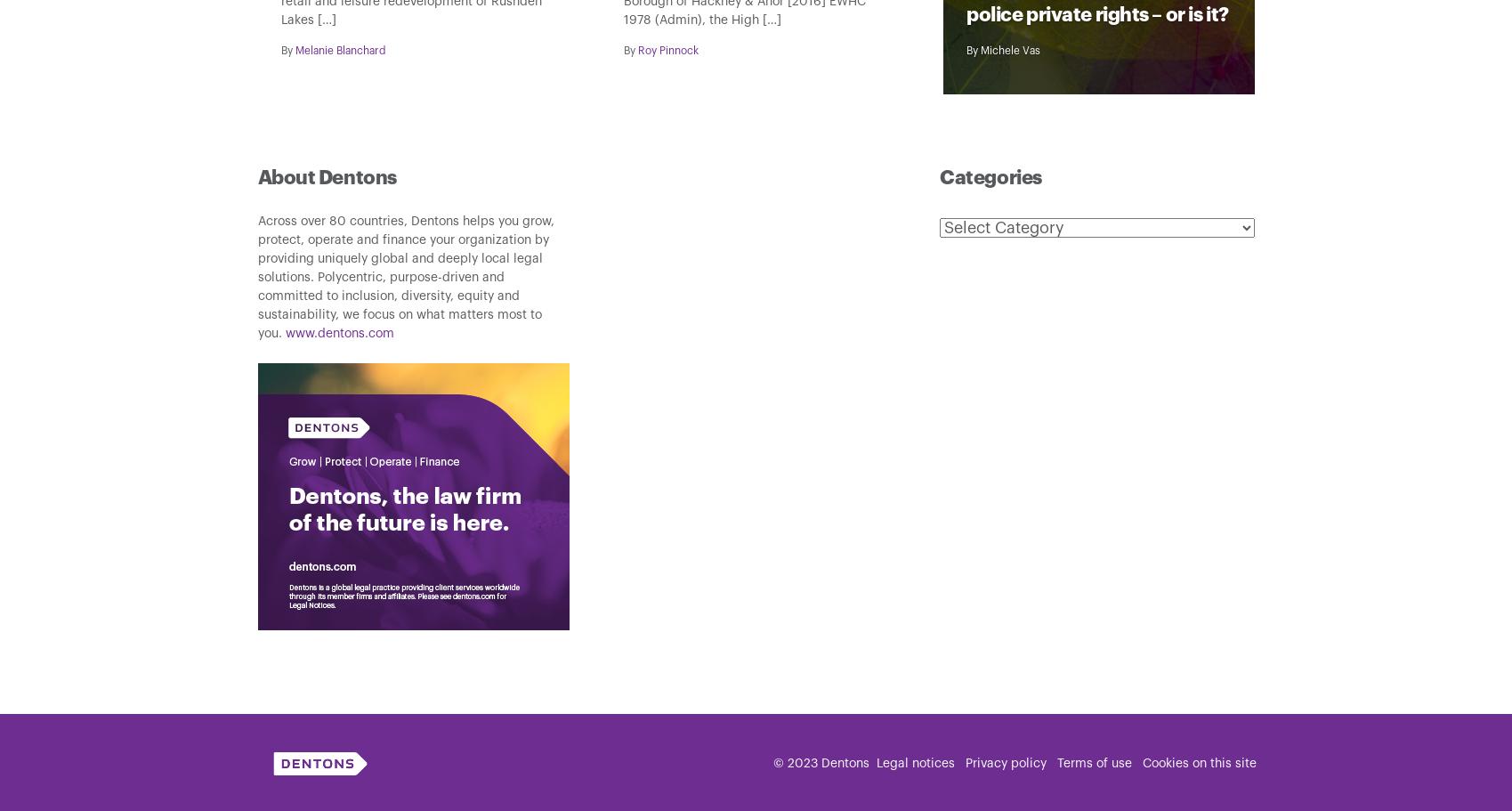  I want to click on 'About Dentons', so click(325, 176).